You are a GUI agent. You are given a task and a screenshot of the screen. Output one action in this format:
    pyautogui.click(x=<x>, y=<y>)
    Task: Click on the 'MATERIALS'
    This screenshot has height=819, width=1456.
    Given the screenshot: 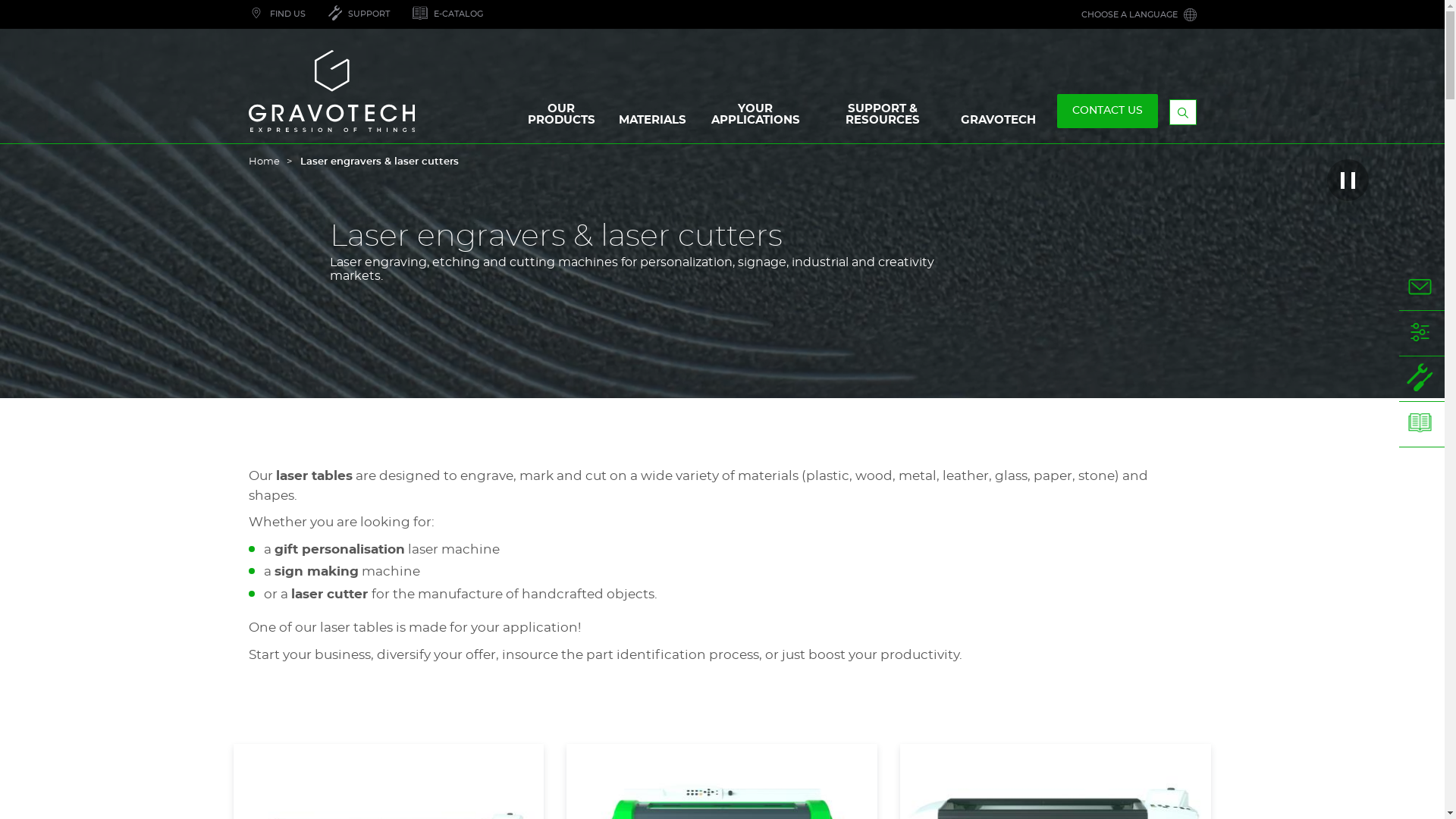 What is the action you would take?
    pyautogui.click(x=608, y=123)
    